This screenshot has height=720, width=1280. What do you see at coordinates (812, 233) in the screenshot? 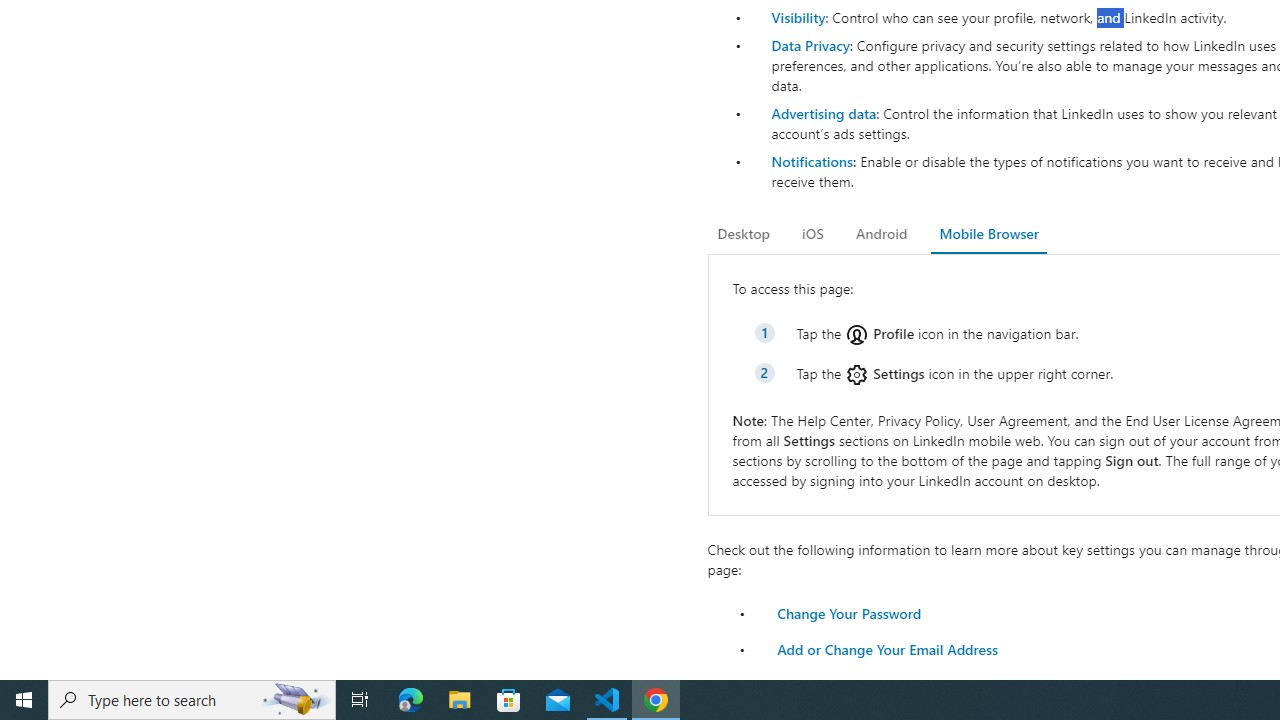
I see `'iOS'` at bounding box center [812, 233].